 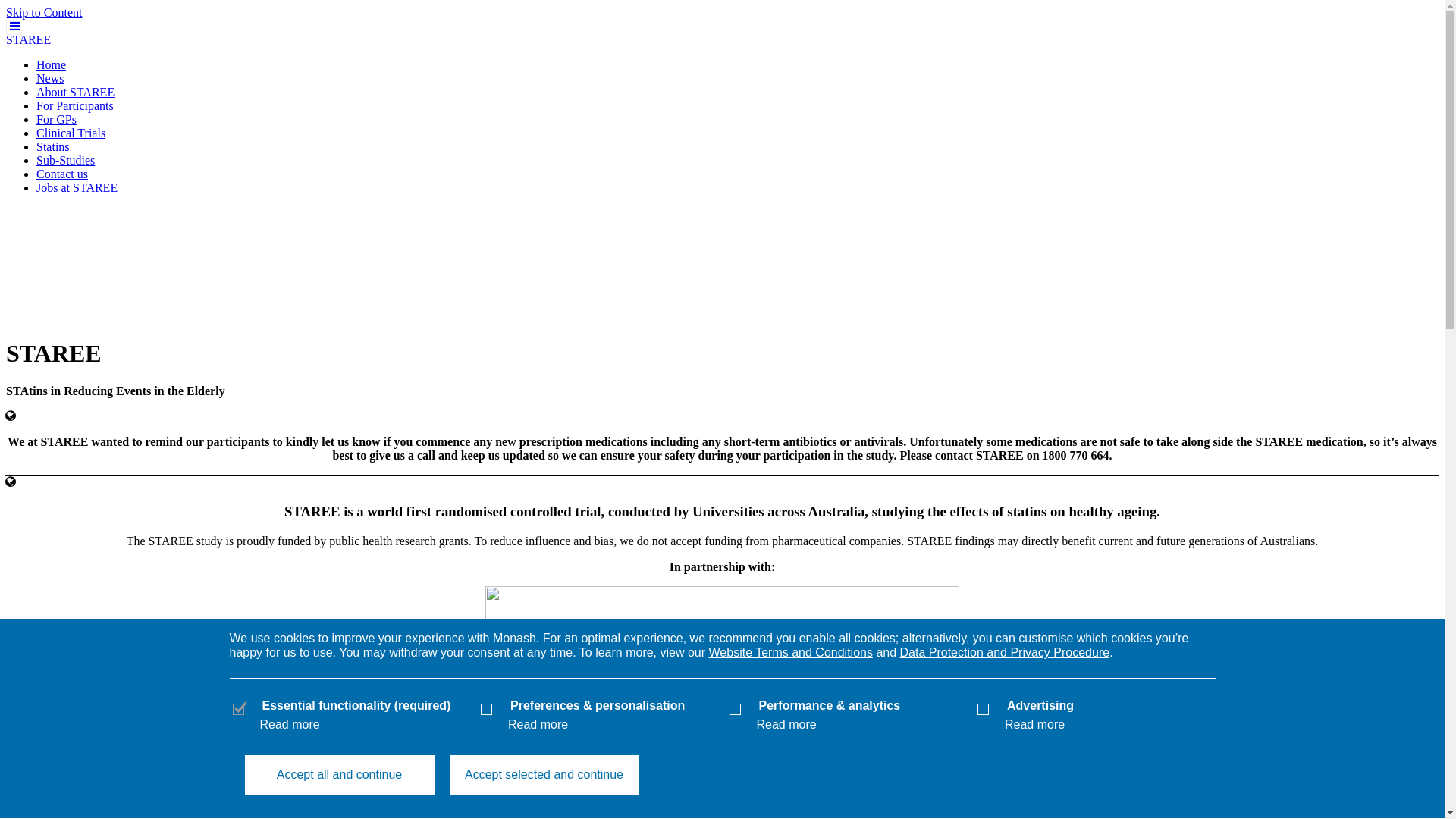 What do you see at coordinates (789, 651) in the screenshot?
I see `'Website Terms and Conditions'` at bounding box center [789, 651].